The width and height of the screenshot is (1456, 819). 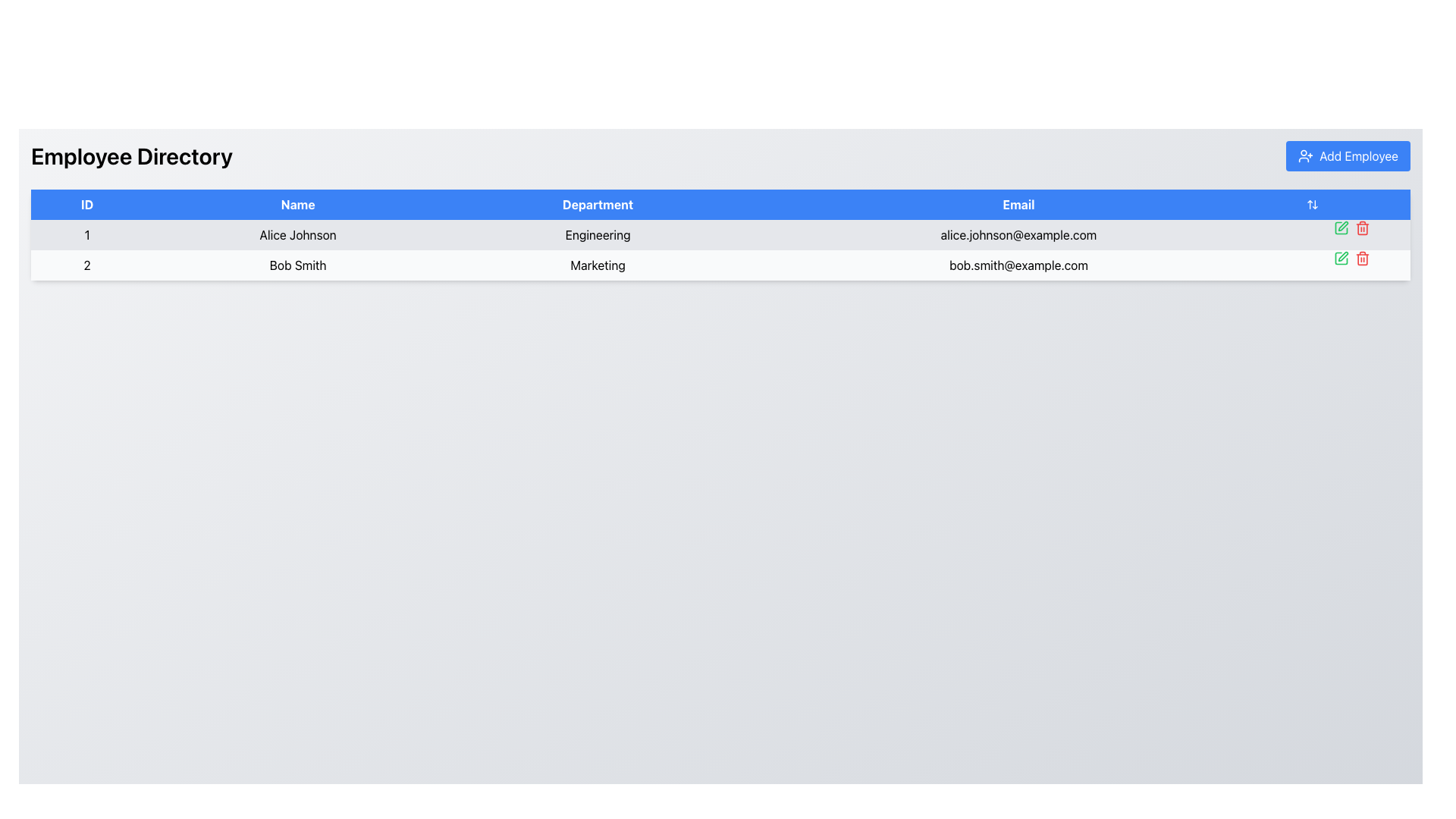 I want to click on the icon button located to the right of the email information for the first employee in the table to initiate the editing function for that row, so click(x=1341, y=227).